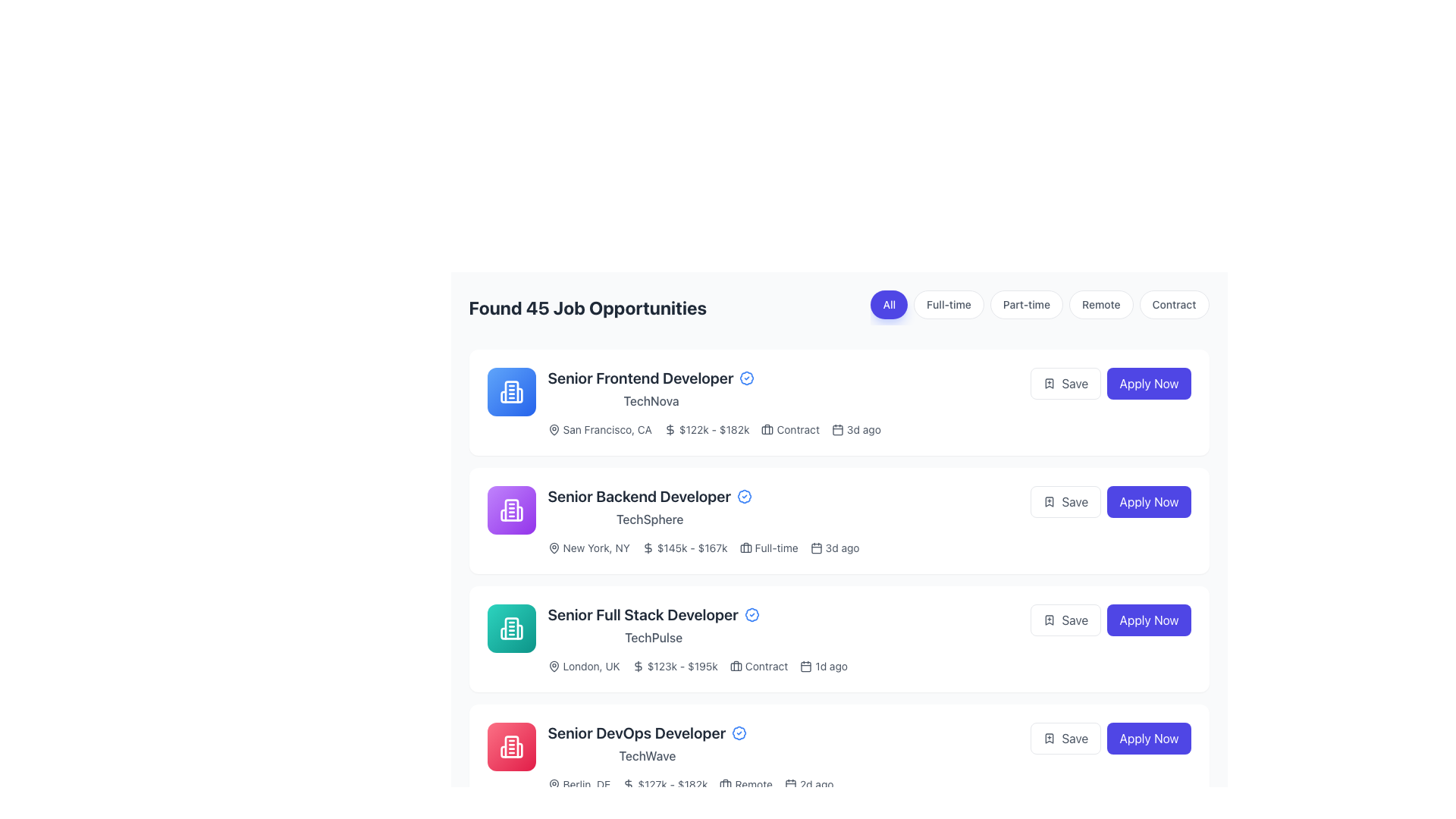  I want to click on the blue checkmark badge icon that serves as a visual confirmation indicator, located to the right of the 'Senior Full Stack Developer' text, so click(752, 614).